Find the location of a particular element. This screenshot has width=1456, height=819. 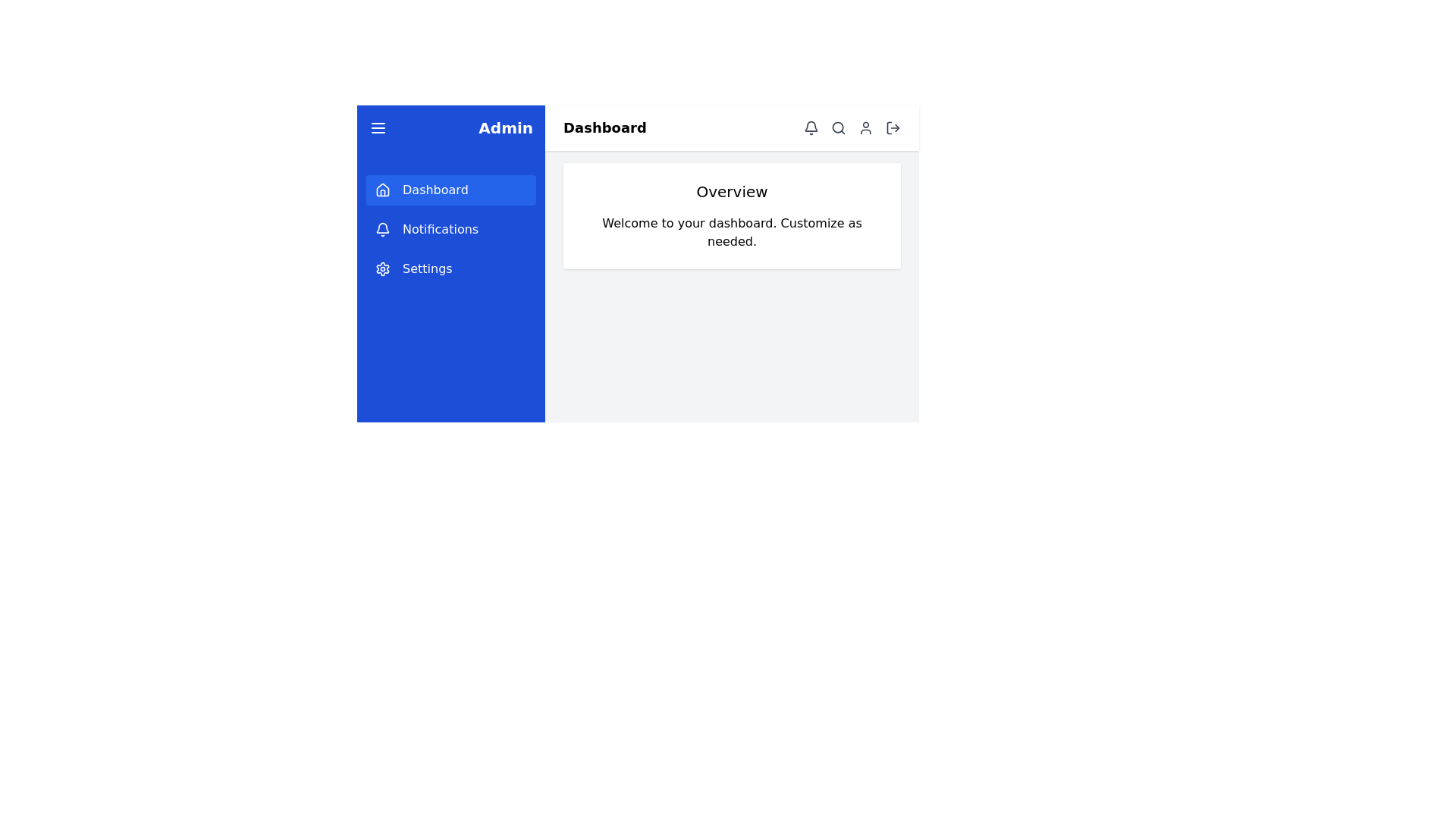

the notification bell icon located in the top-right corner of the interface is located at coordinates (811, 127).